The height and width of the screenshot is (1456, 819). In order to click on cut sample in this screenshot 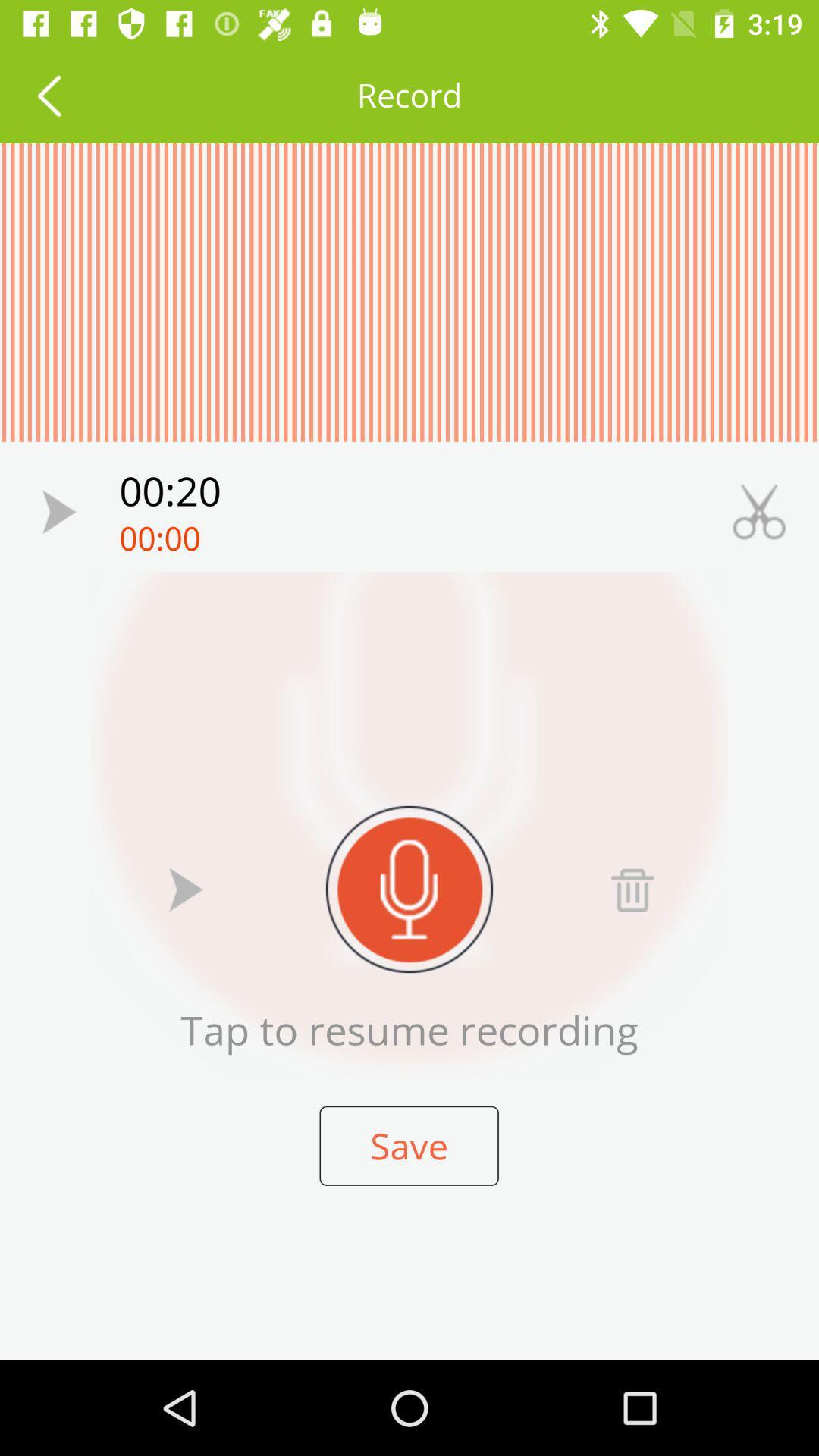, I will do `click(759, 512)`.